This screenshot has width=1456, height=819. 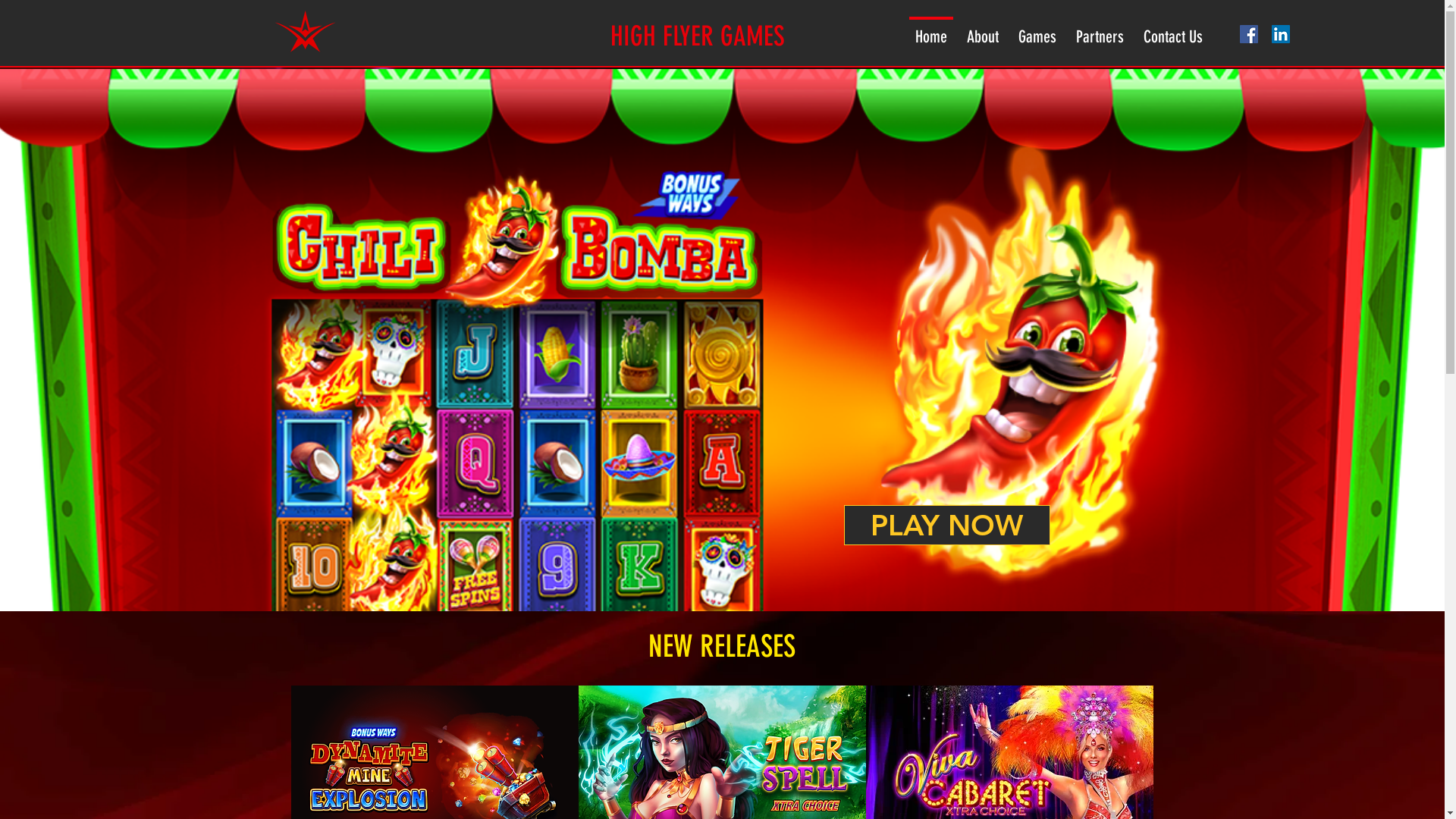 I want to click on 'Contact Us', so click(x=1172, y=30).